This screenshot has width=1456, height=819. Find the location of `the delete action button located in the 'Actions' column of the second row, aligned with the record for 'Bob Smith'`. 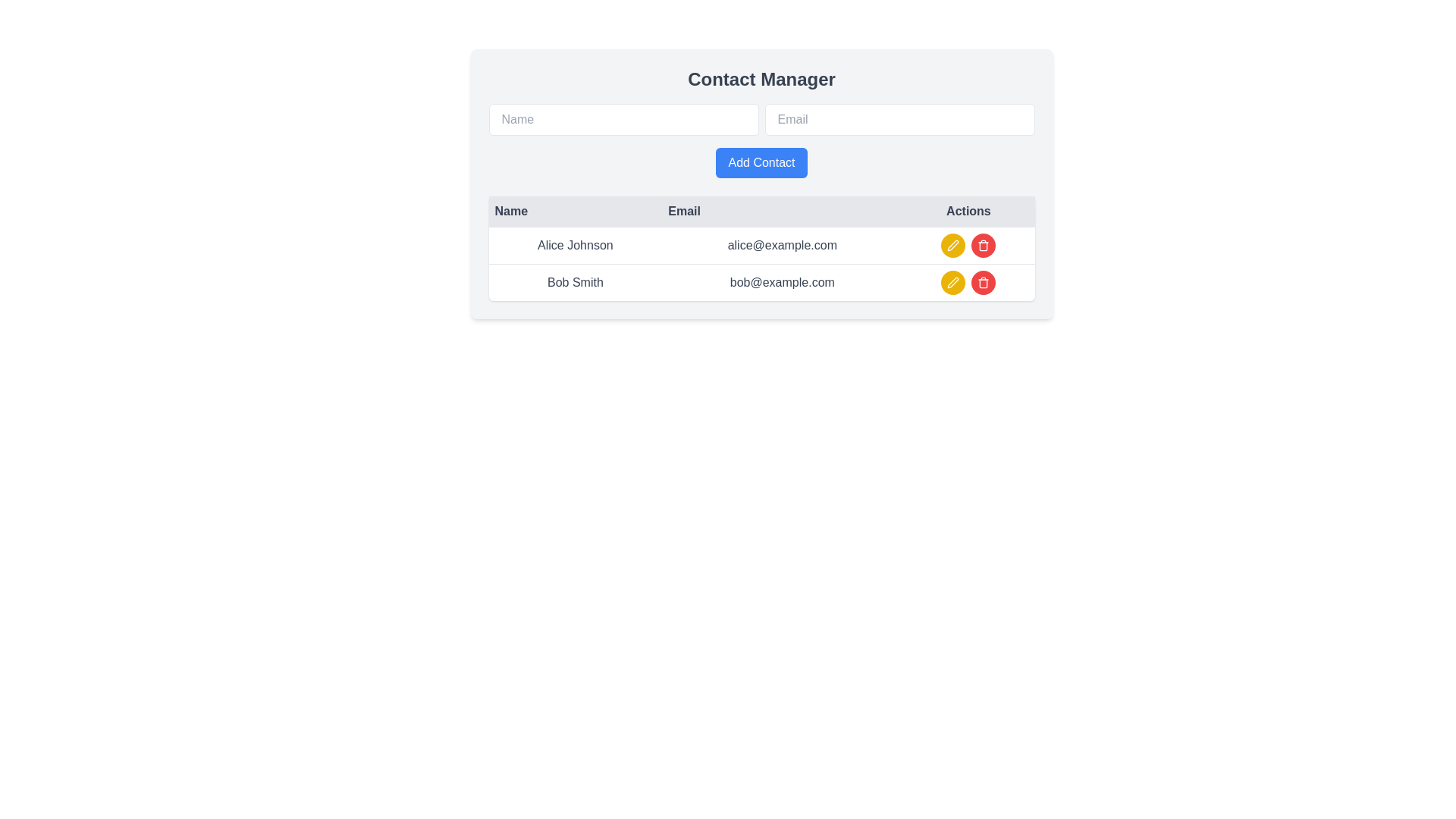

the delete action button located in the 'Actions' column of the second row, aligned with the record for 'Bob Smith' is located at coordinates (984, 283).